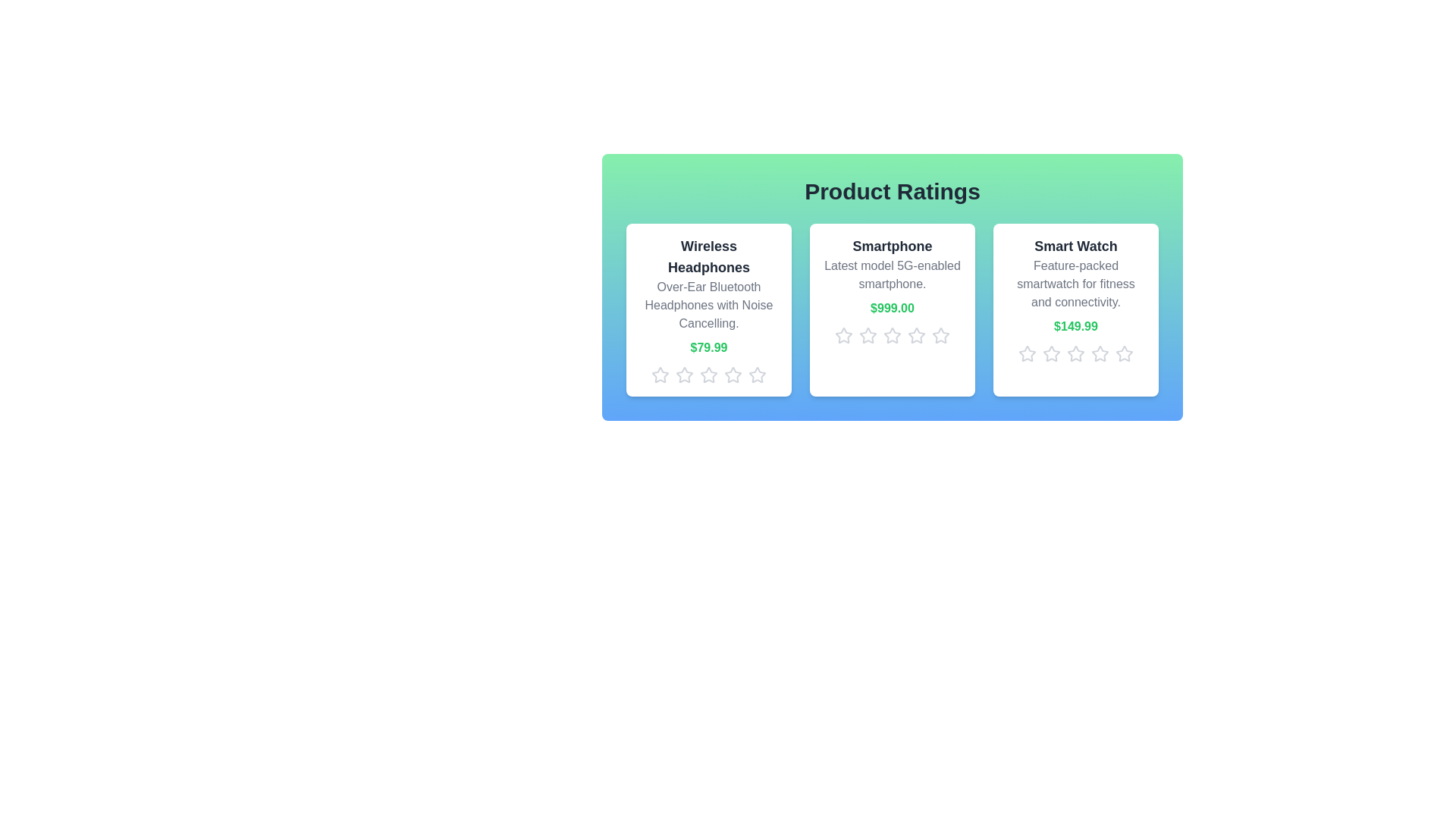  What do you see at coordinates (660, 375) in the screenshot?
I see `the star icon corresponding to 1 stars for the product Wireless Headphones` at bounding box center [660, 375].